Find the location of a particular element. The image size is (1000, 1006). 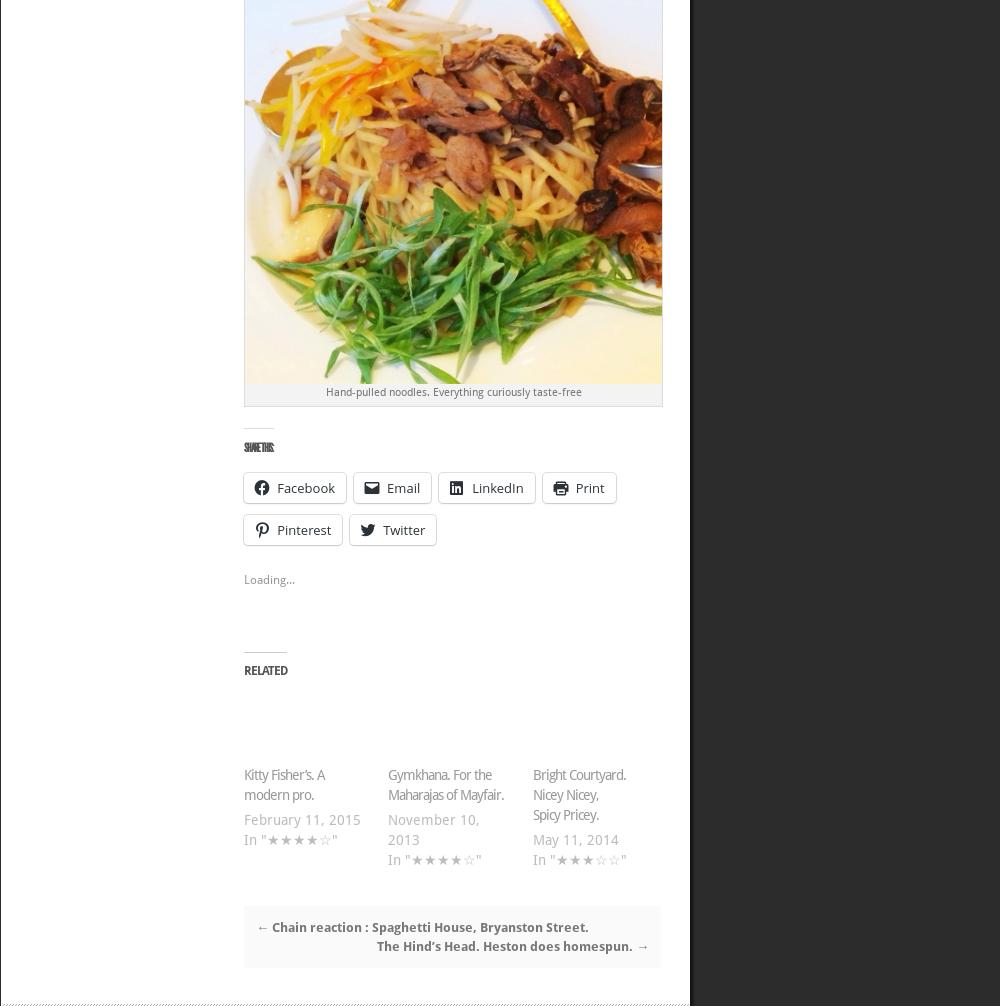

'Facebook' is located at coordinates (306, 486).